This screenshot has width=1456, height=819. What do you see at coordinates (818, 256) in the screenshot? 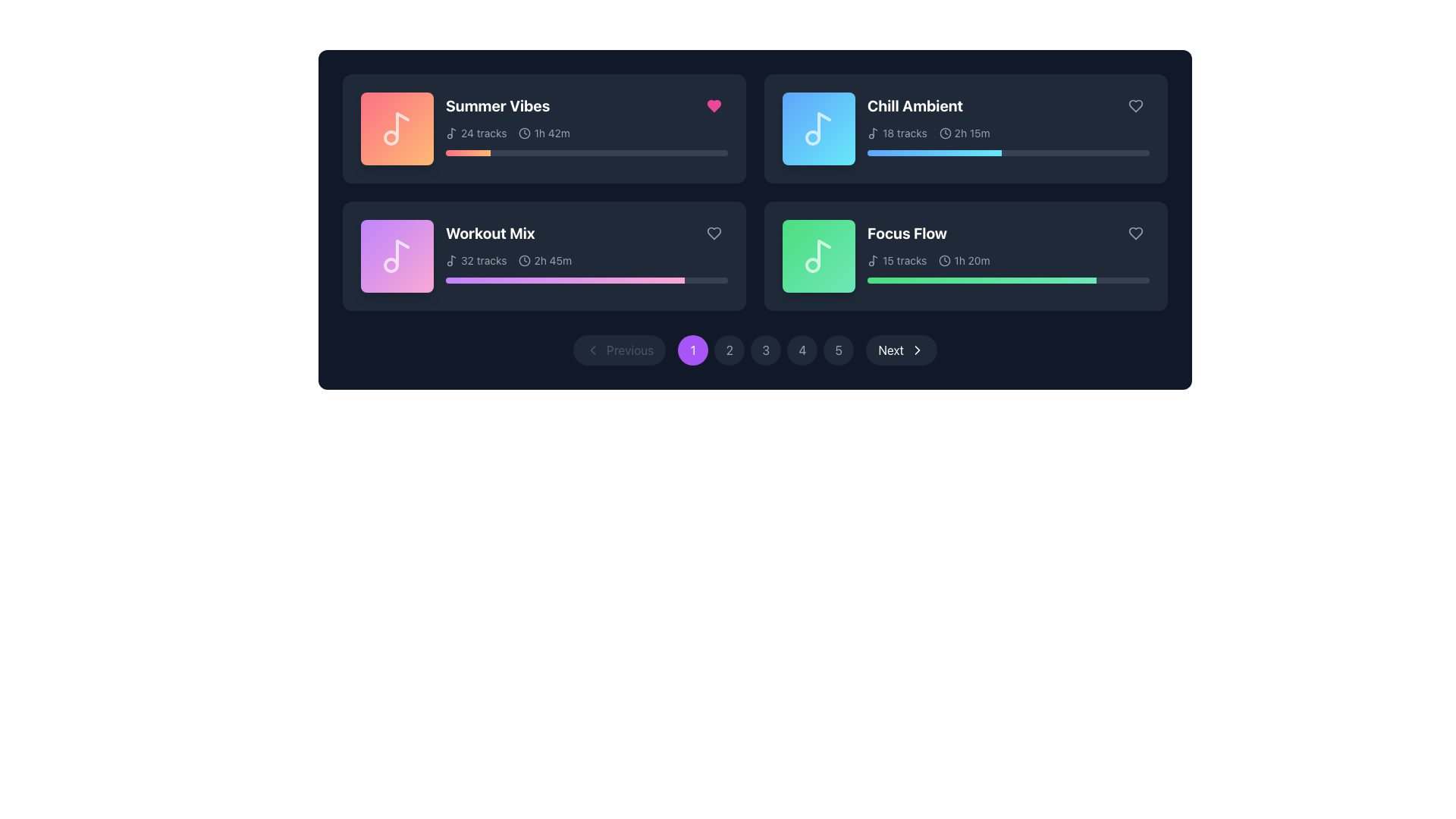
I see `the play button located centrally within the green section for 'Focus Flow'` at bounding box center [818, 256].